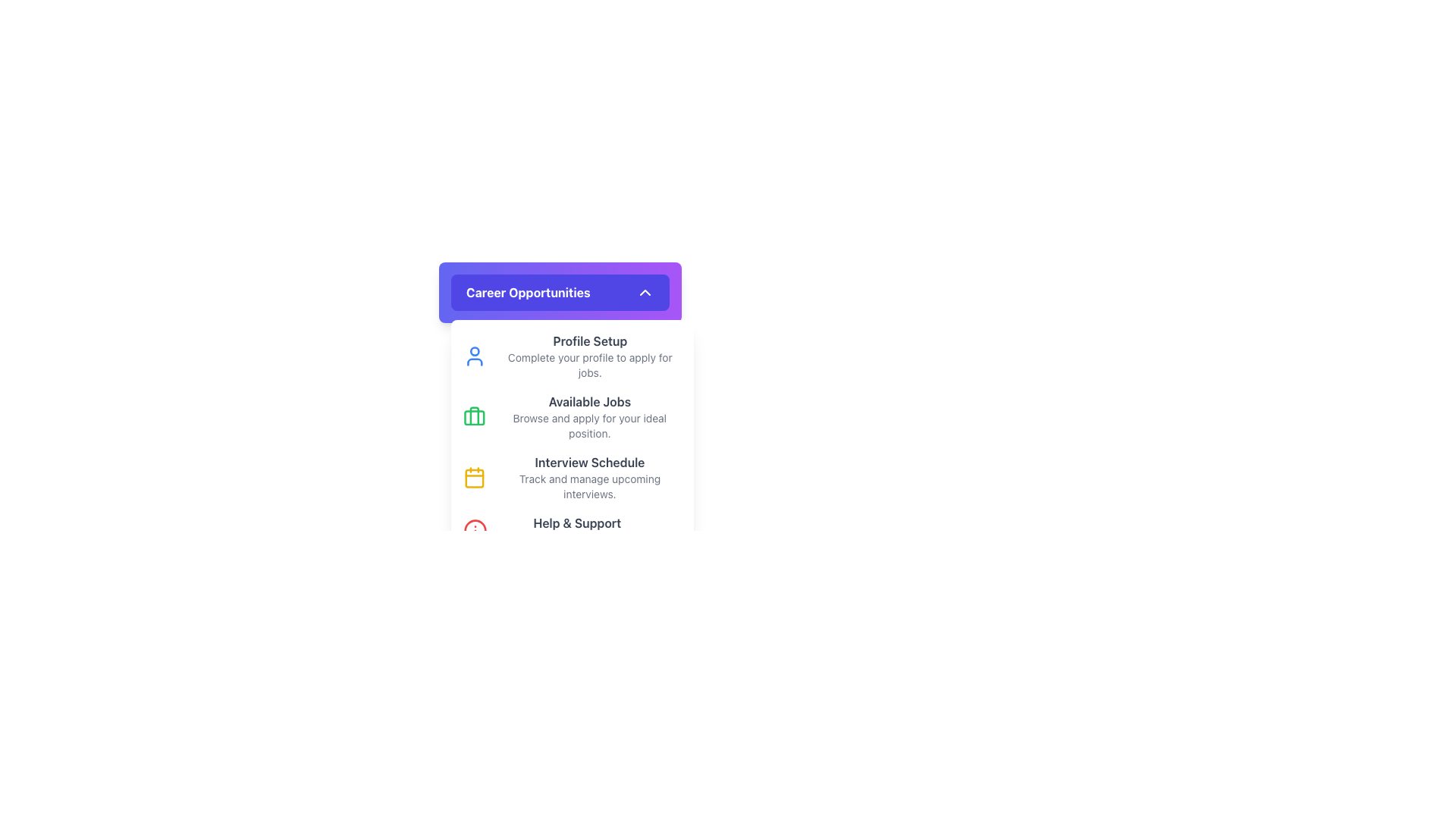  I want to click on the 'Available Jobs' navigational link, which features a bold text label and a briefcase icon to its left, so click(571, 417).